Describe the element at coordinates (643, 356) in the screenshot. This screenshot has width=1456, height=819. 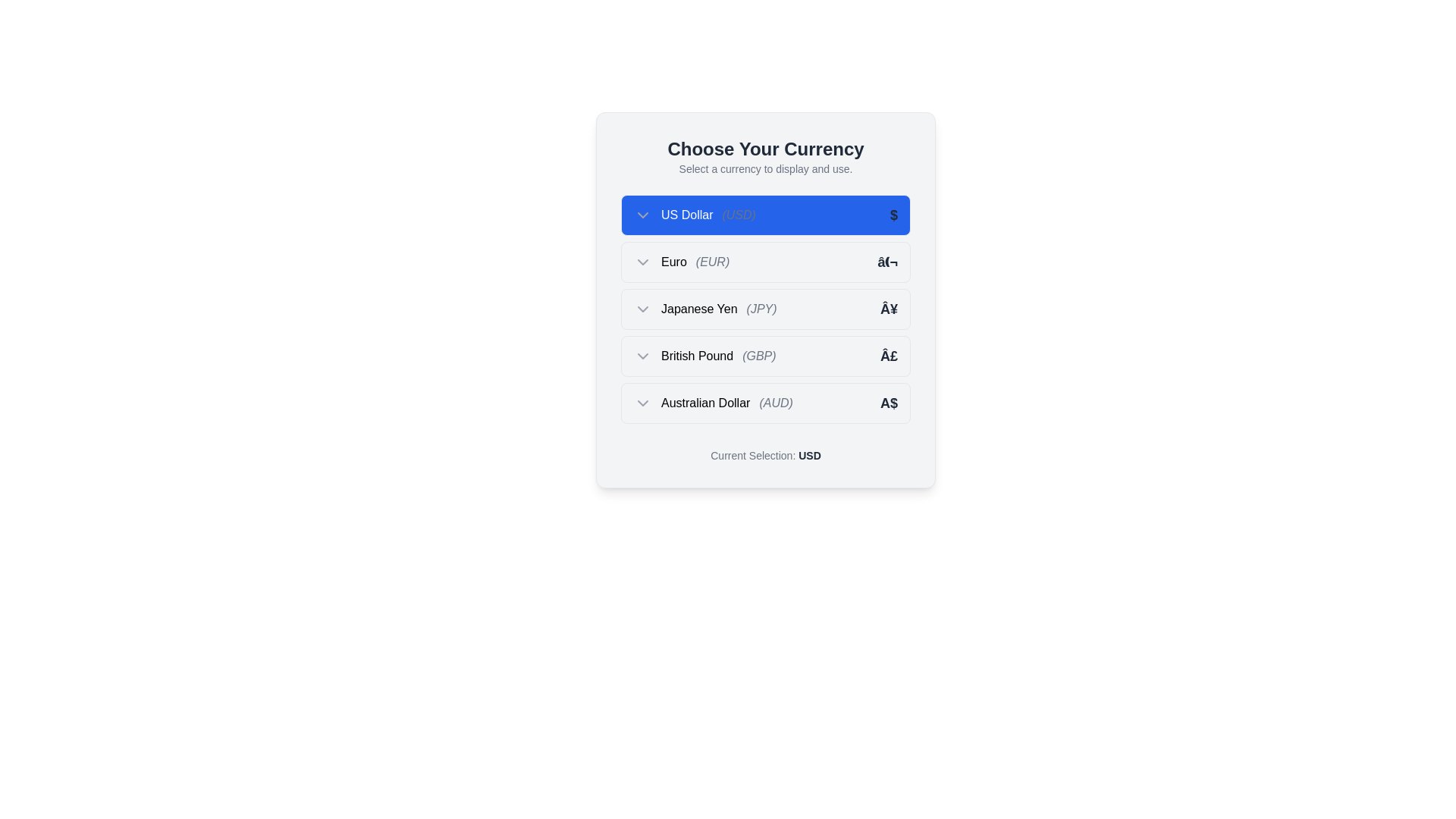
I see `the chevron-down icon indicating the dropdown menu for 'British Pound (GBP)'` at that location.